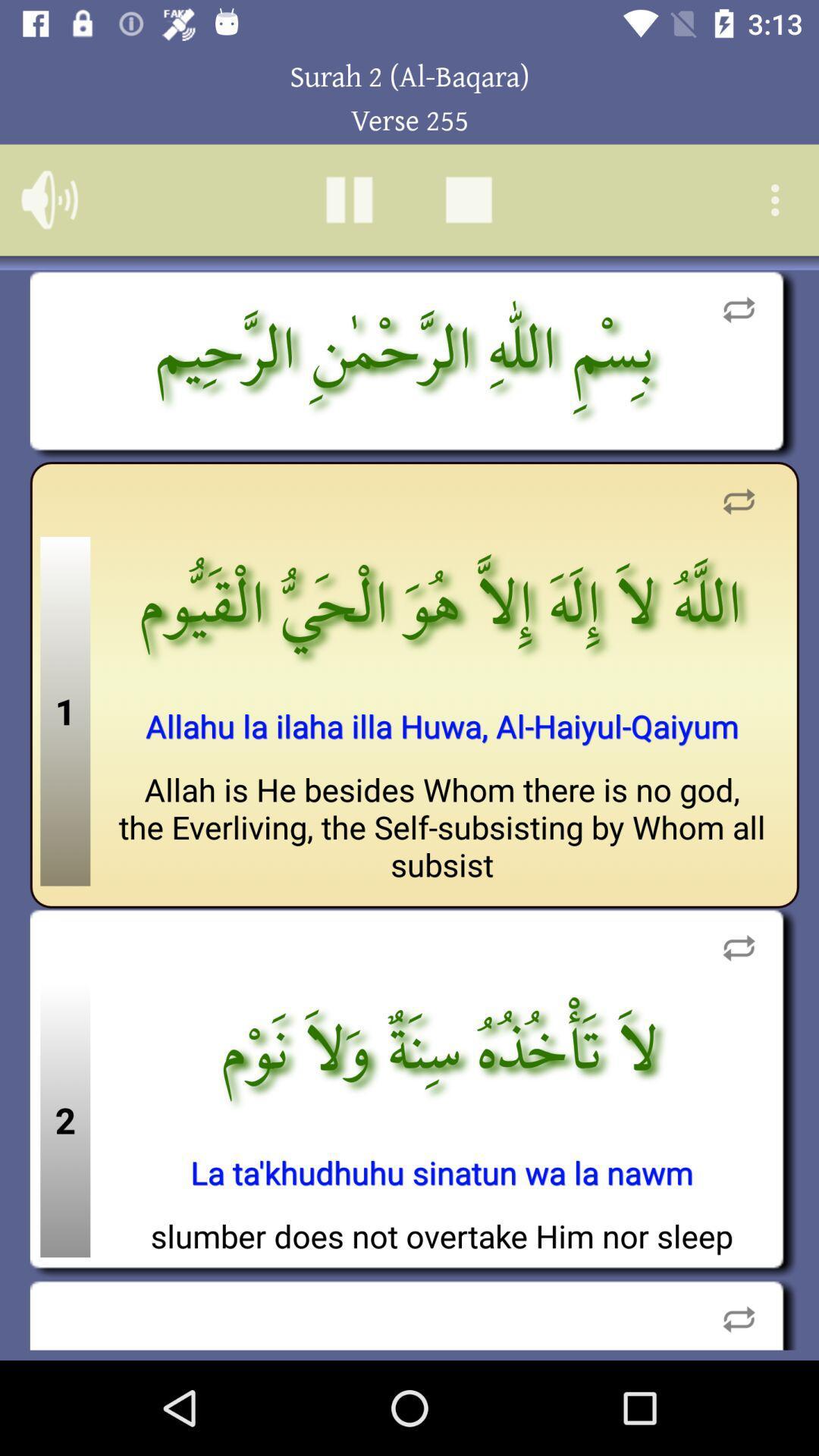 The image size is (819, 1456). What do you see at coordinates (468, 199) in the screenshot?
I see `stop button` at bounding box center [468, 199].